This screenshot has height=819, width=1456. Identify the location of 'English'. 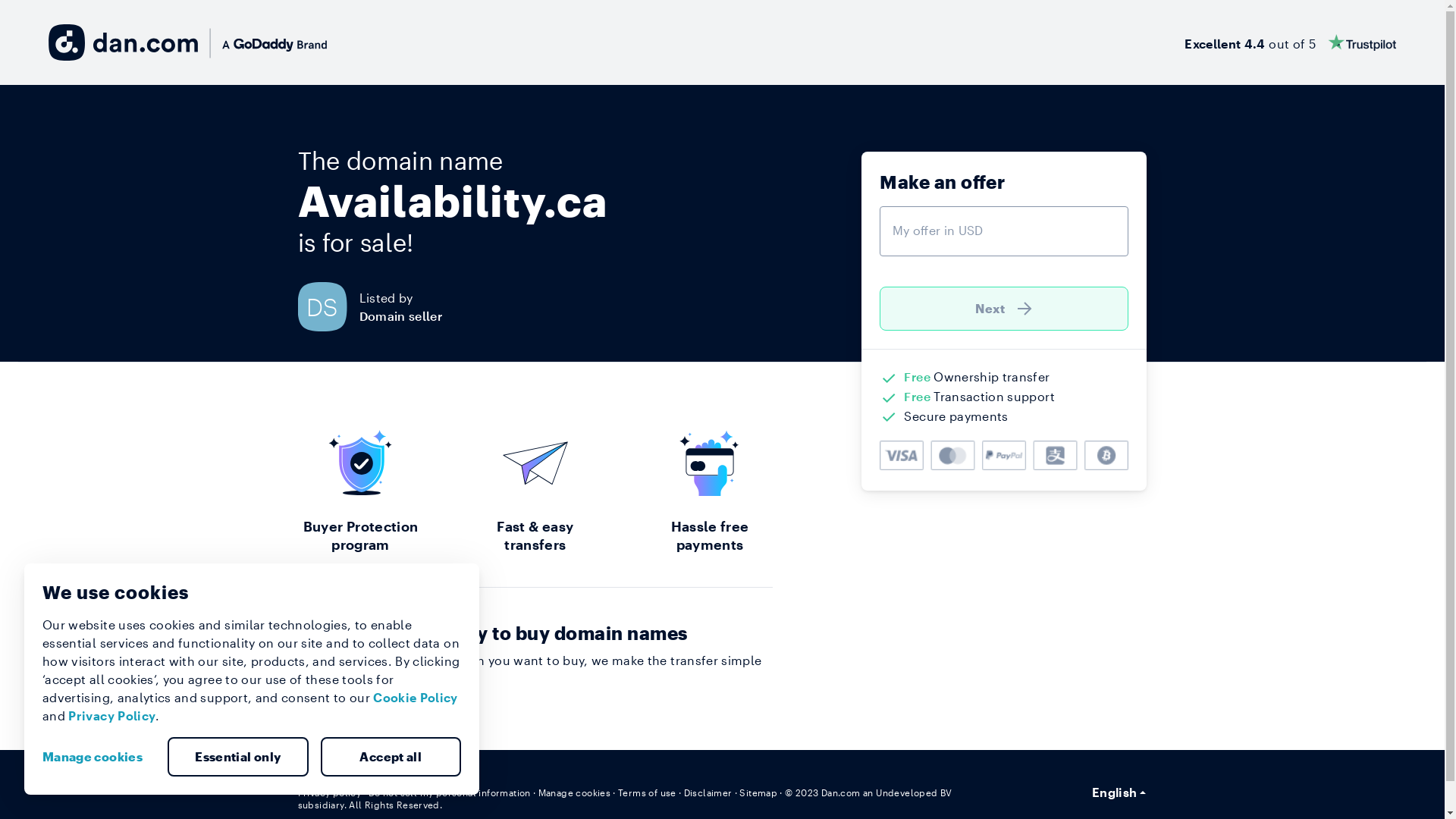
(1119, 792).